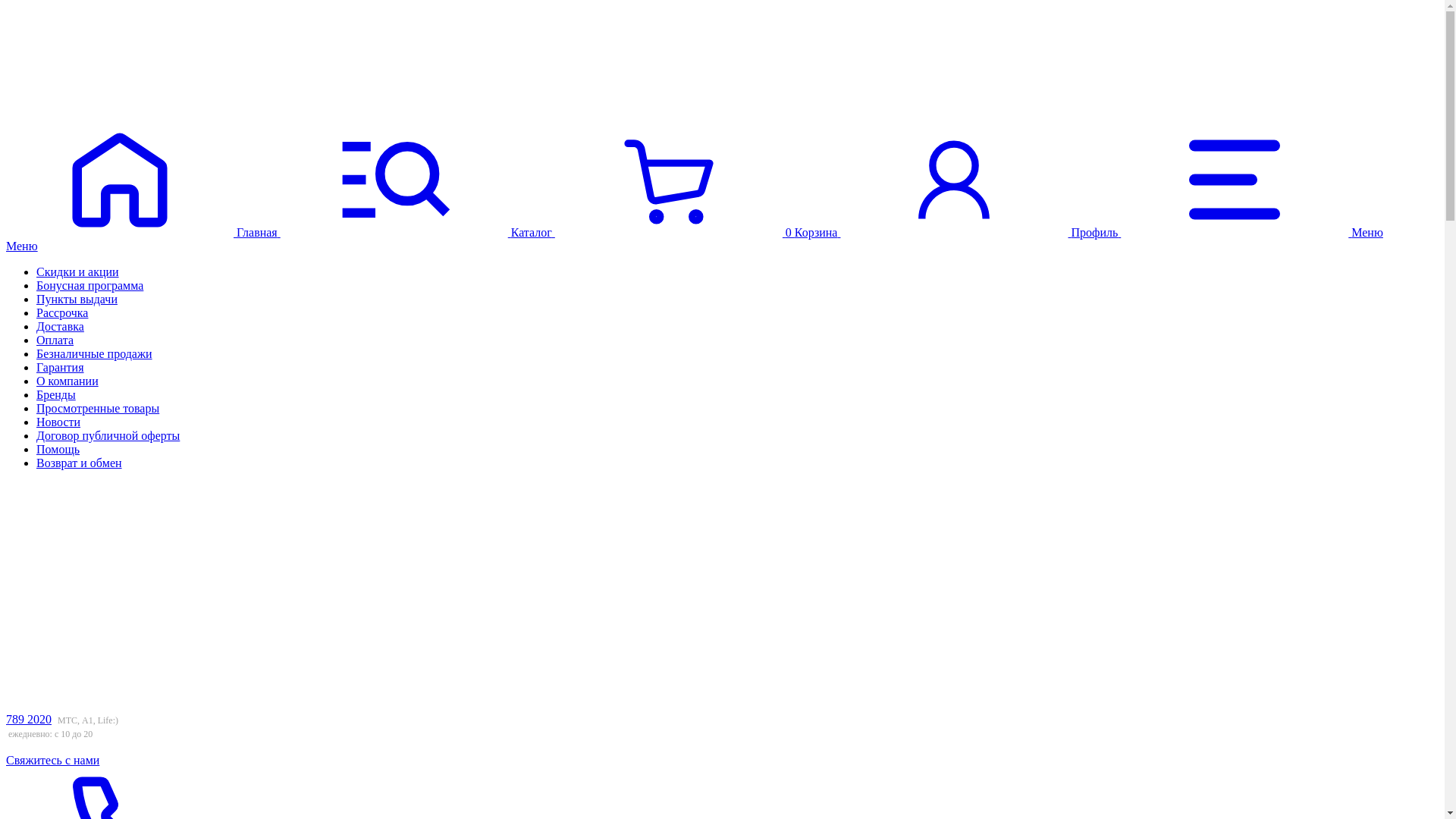 The height and width of the screenshot is (819, 1456). Describe the element at coordinates (29, 718) in the screenshot. I see `'789 2020'` at that location.